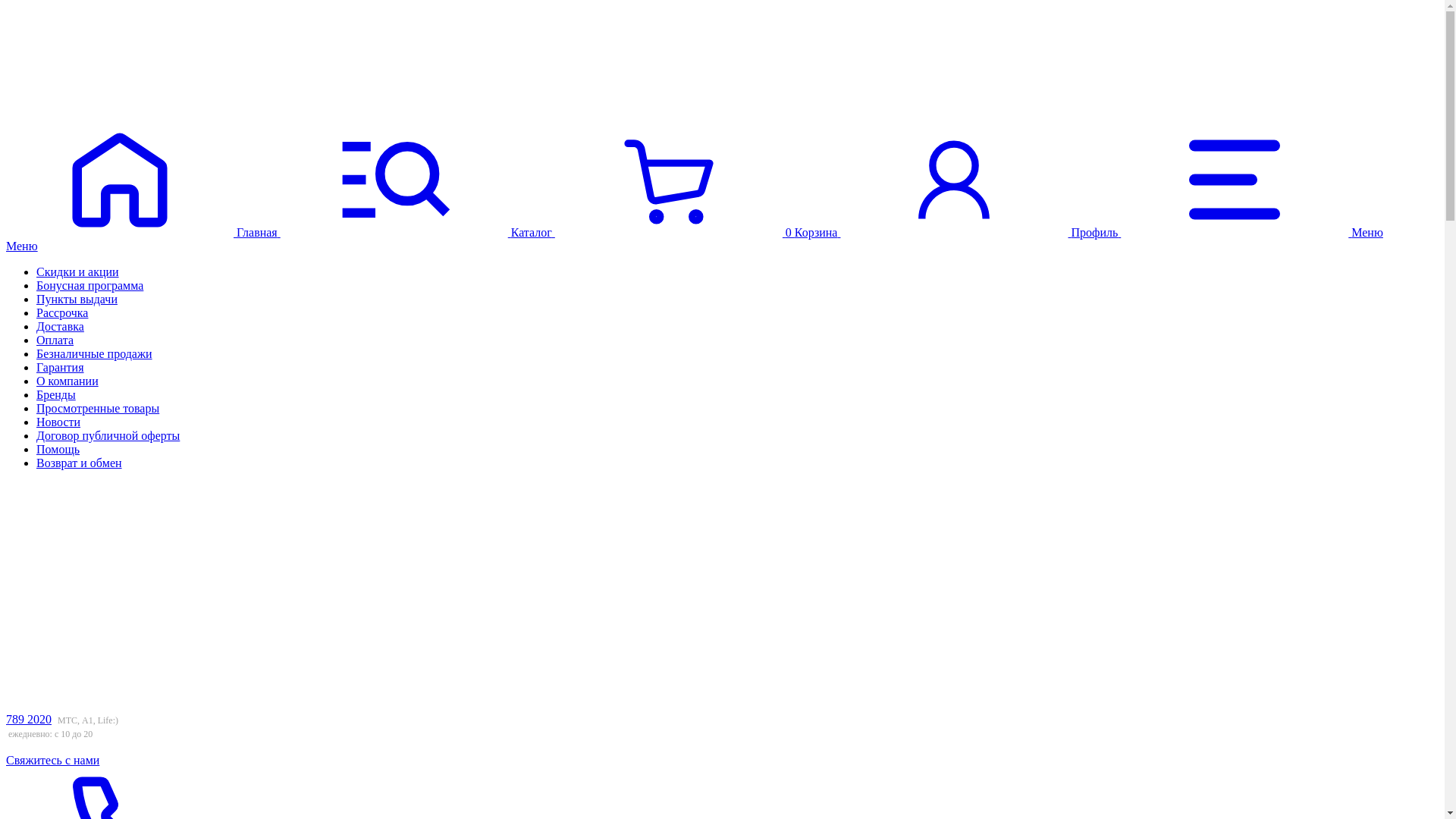 The height and width of the screenshot is (819, 1456). Describe the element at coordinates (29, 718) in the screenshot. I see `'789 2020'` at that location.